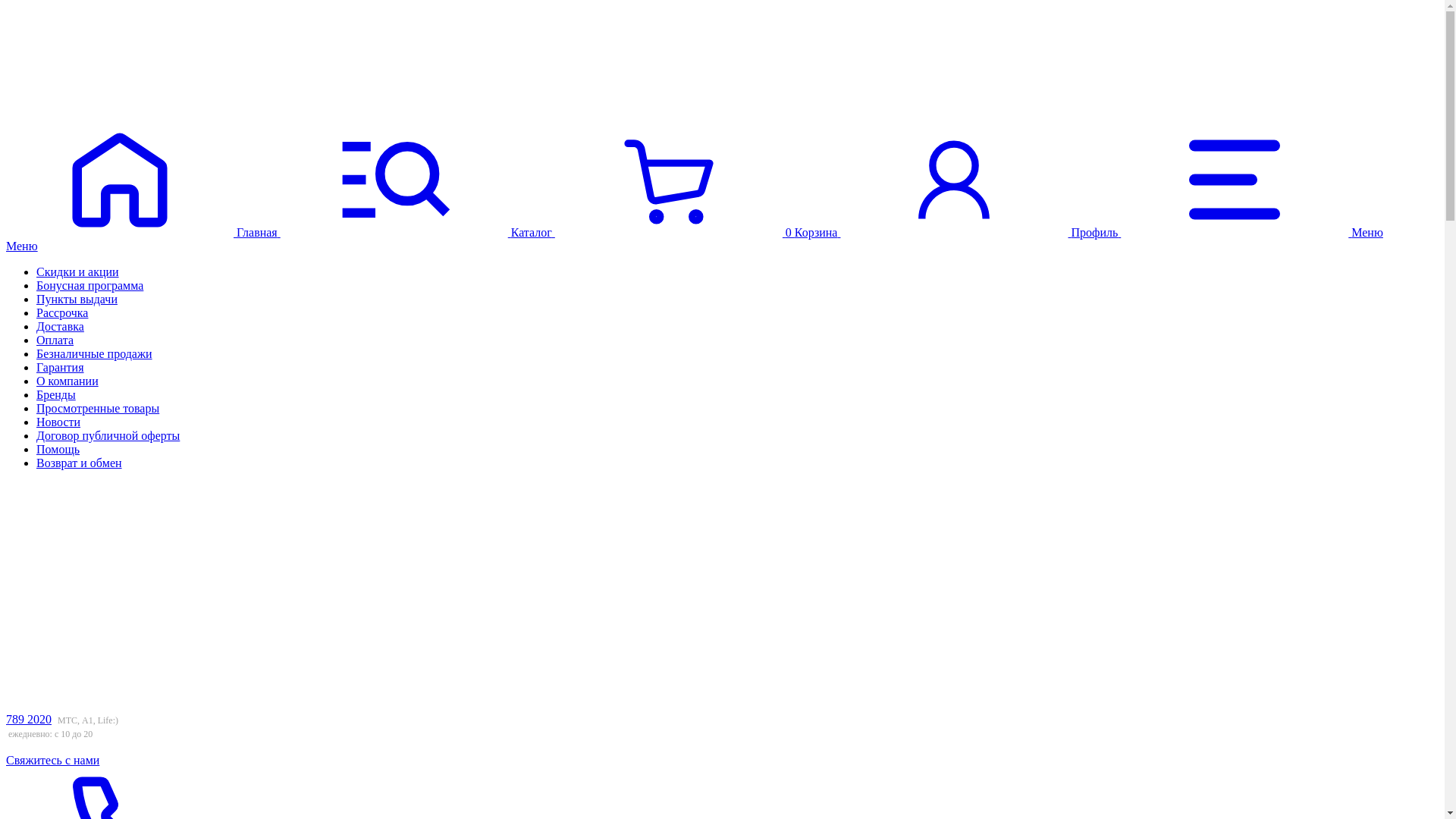 The height and width of the screenshot is (819, 1456). Describe the element at coordinates (29, 718) in the screenshot. I see `'789 2020'` at that location.